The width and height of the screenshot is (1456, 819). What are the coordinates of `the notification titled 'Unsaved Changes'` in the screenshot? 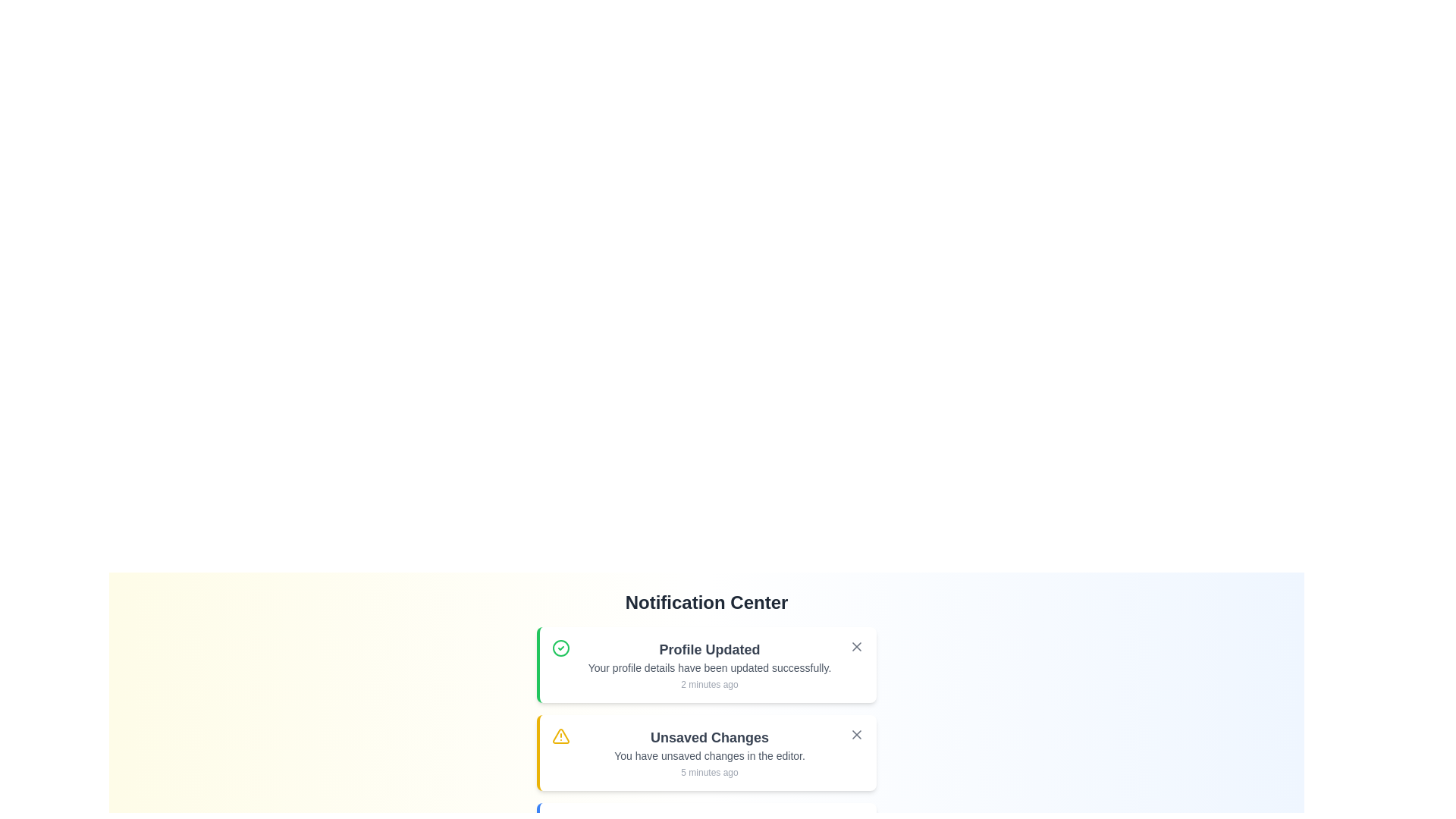 It's located at (705, 752).